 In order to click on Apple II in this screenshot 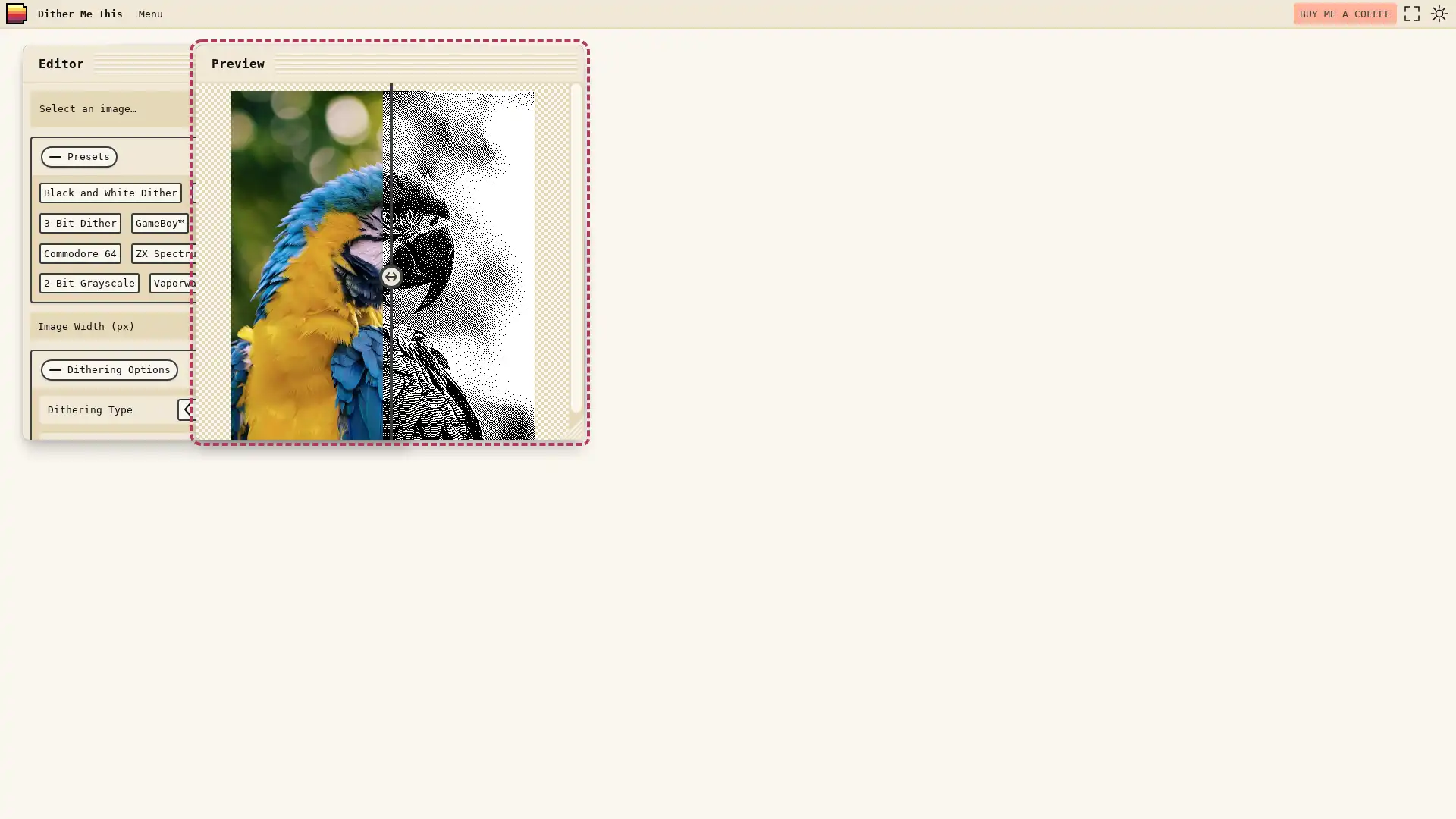, I will do `click(294, 222)`.